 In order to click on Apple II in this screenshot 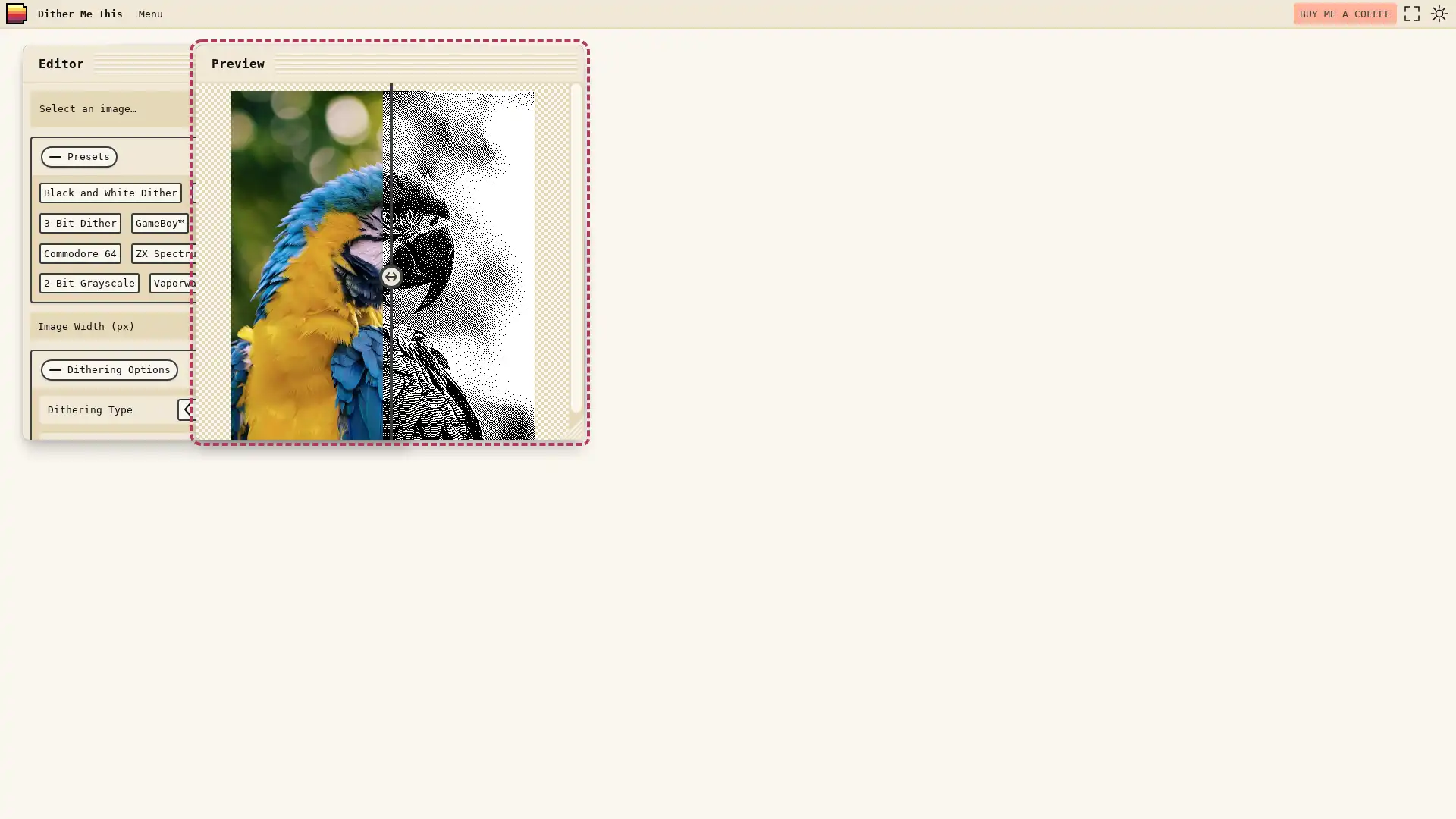, I will do `click(294, 222)`.